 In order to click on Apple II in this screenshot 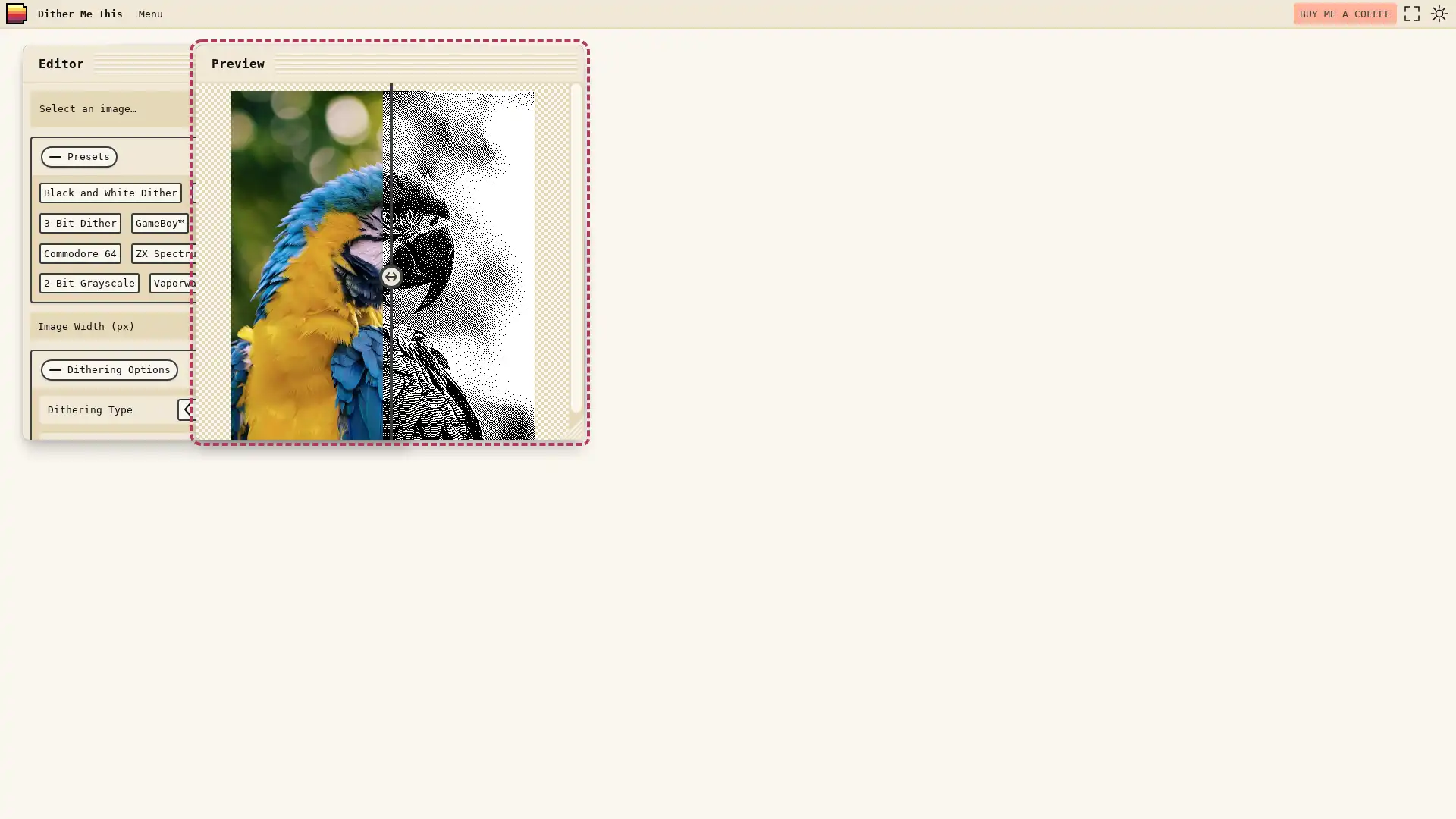, I will do `click(294, 222)`.